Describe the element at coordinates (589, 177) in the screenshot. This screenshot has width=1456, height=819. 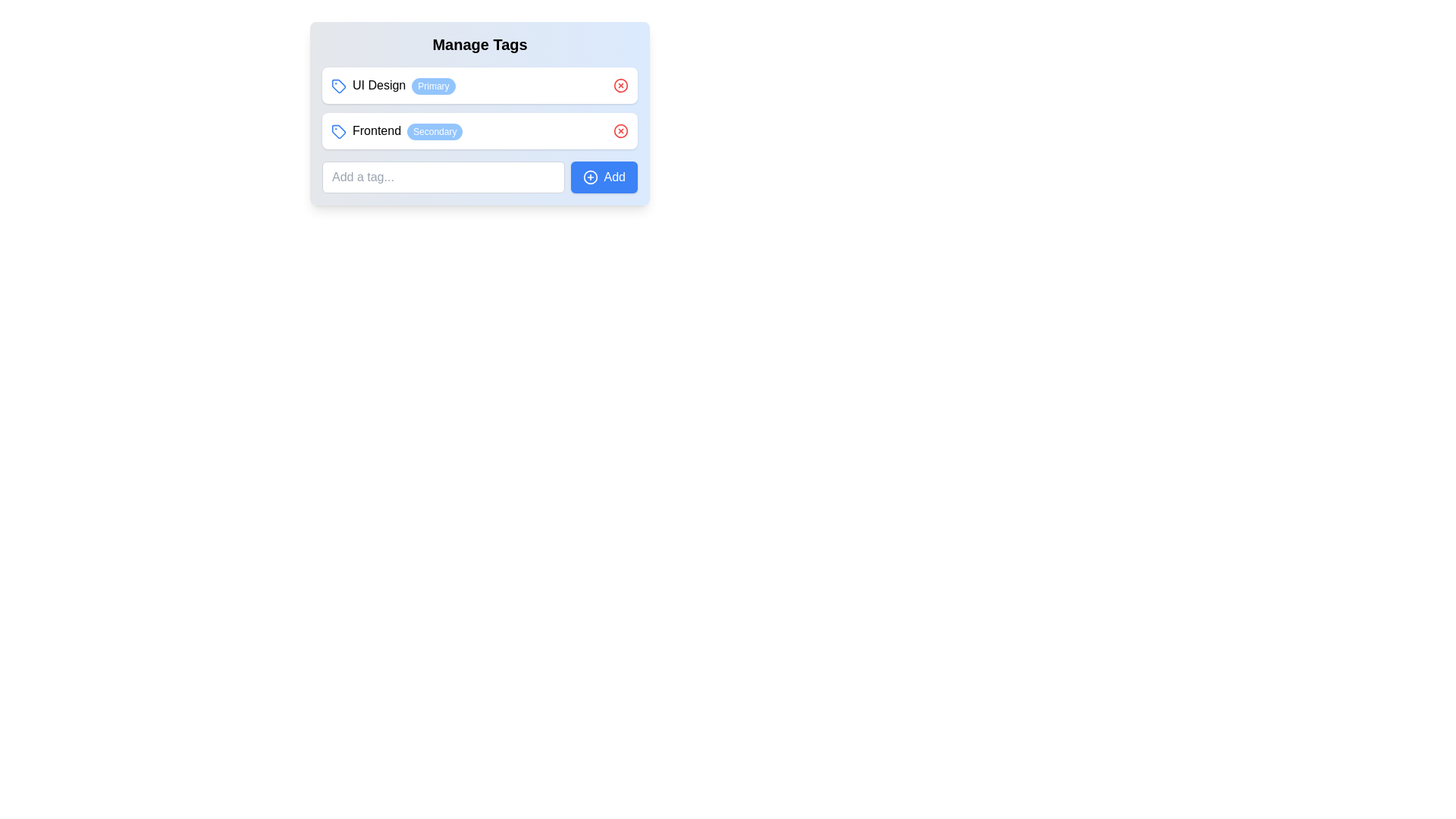
I see `the SVG circle element located in the 'Manage Tags' panel, which serves as an indicator or button for performing addition actions, positioned beside the 'Add' button` at that location.